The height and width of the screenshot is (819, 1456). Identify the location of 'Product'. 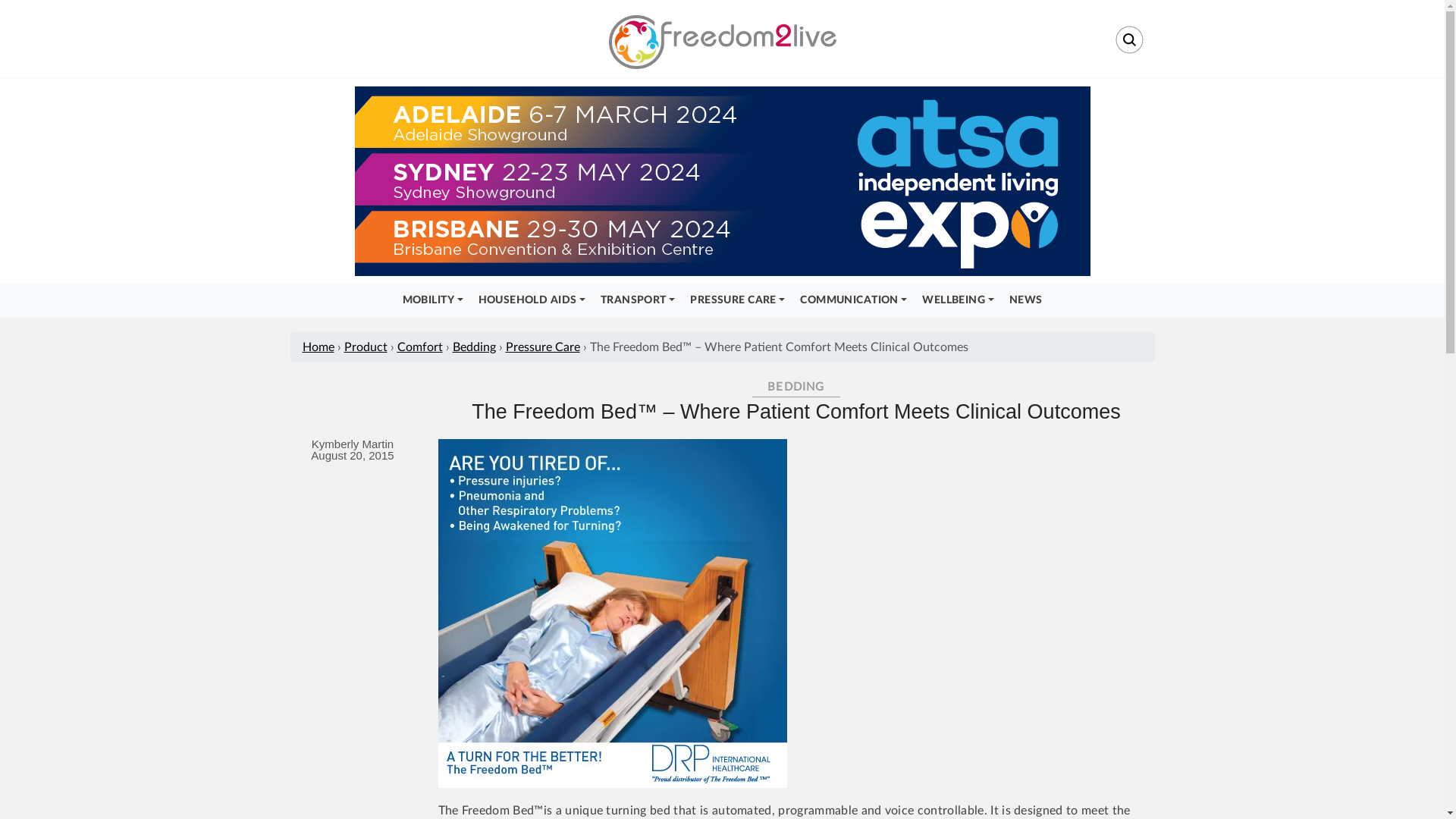
(366, 347).